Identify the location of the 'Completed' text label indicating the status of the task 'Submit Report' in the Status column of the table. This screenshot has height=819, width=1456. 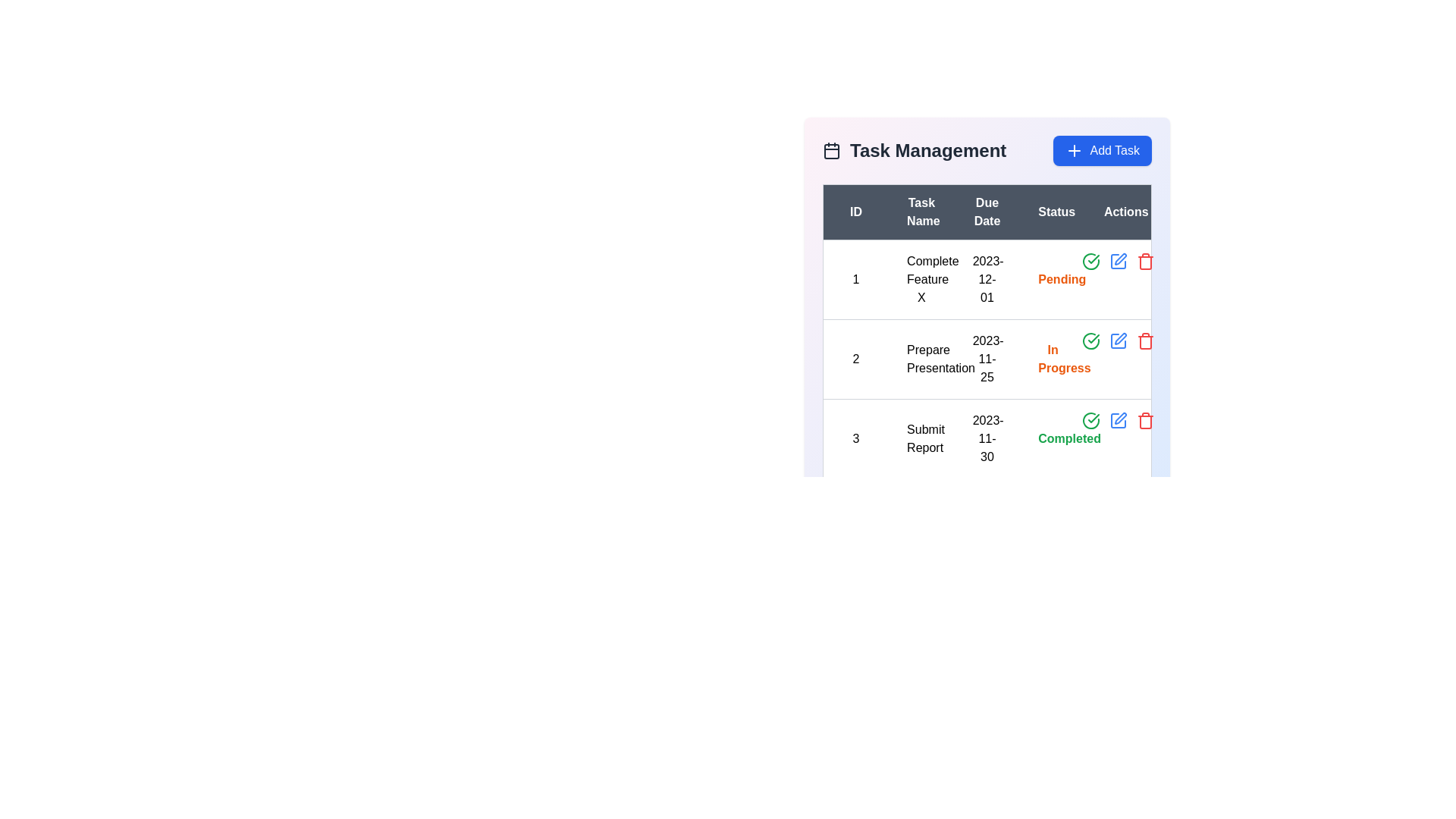
(1052, 438).